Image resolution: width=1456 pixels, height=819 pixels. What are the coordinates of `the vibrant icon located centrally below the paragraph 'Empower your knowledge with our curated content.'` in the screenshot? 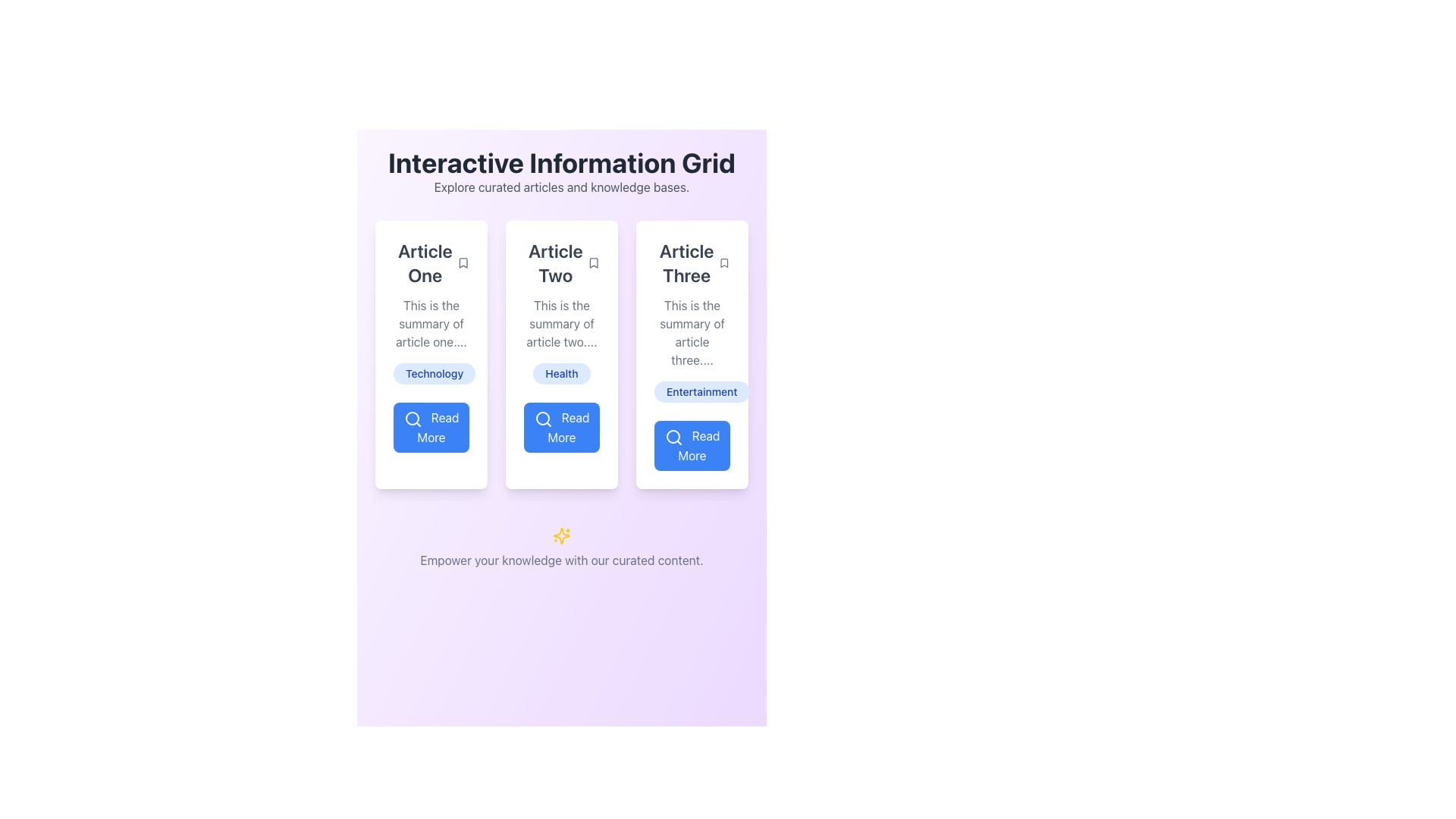 It's located at (560, 534).